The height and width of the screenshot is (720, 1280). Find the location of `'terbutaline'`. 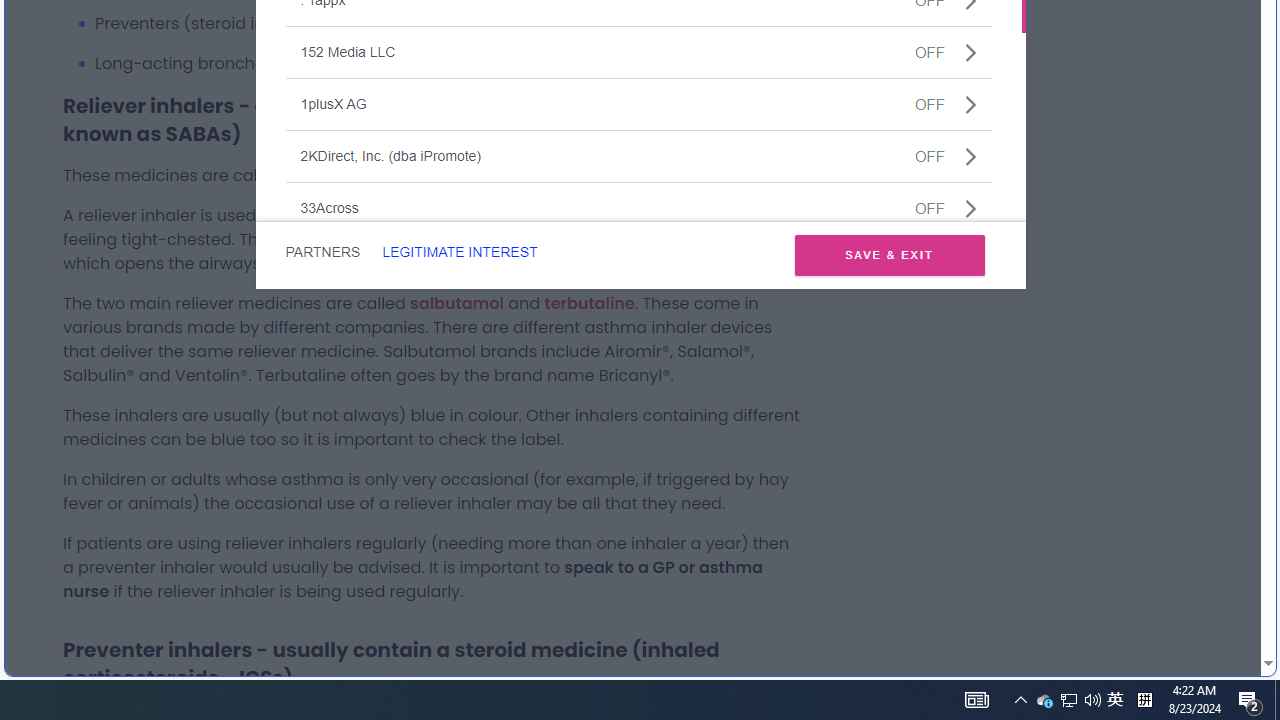

'terbutaline' is located at coordinates (588, 303).